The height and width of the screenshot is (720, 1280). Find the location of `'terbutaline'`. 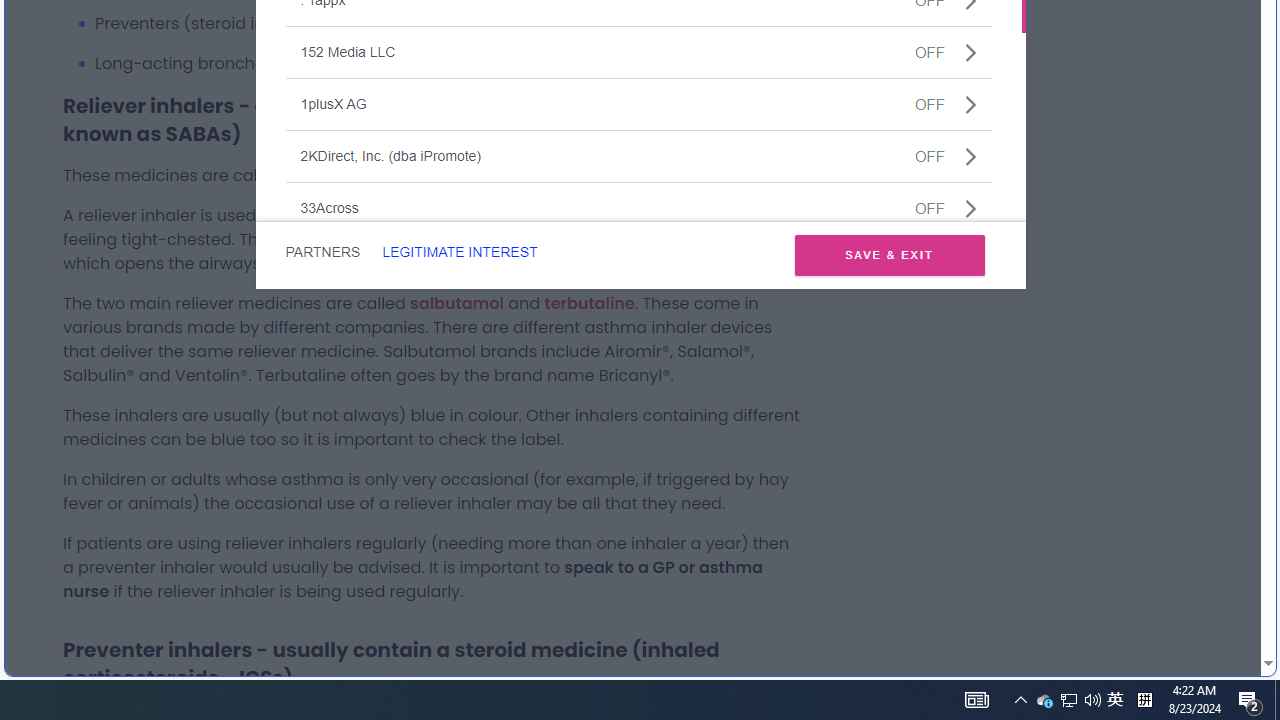

'terbutaline' is located at coordinates (588, 303).